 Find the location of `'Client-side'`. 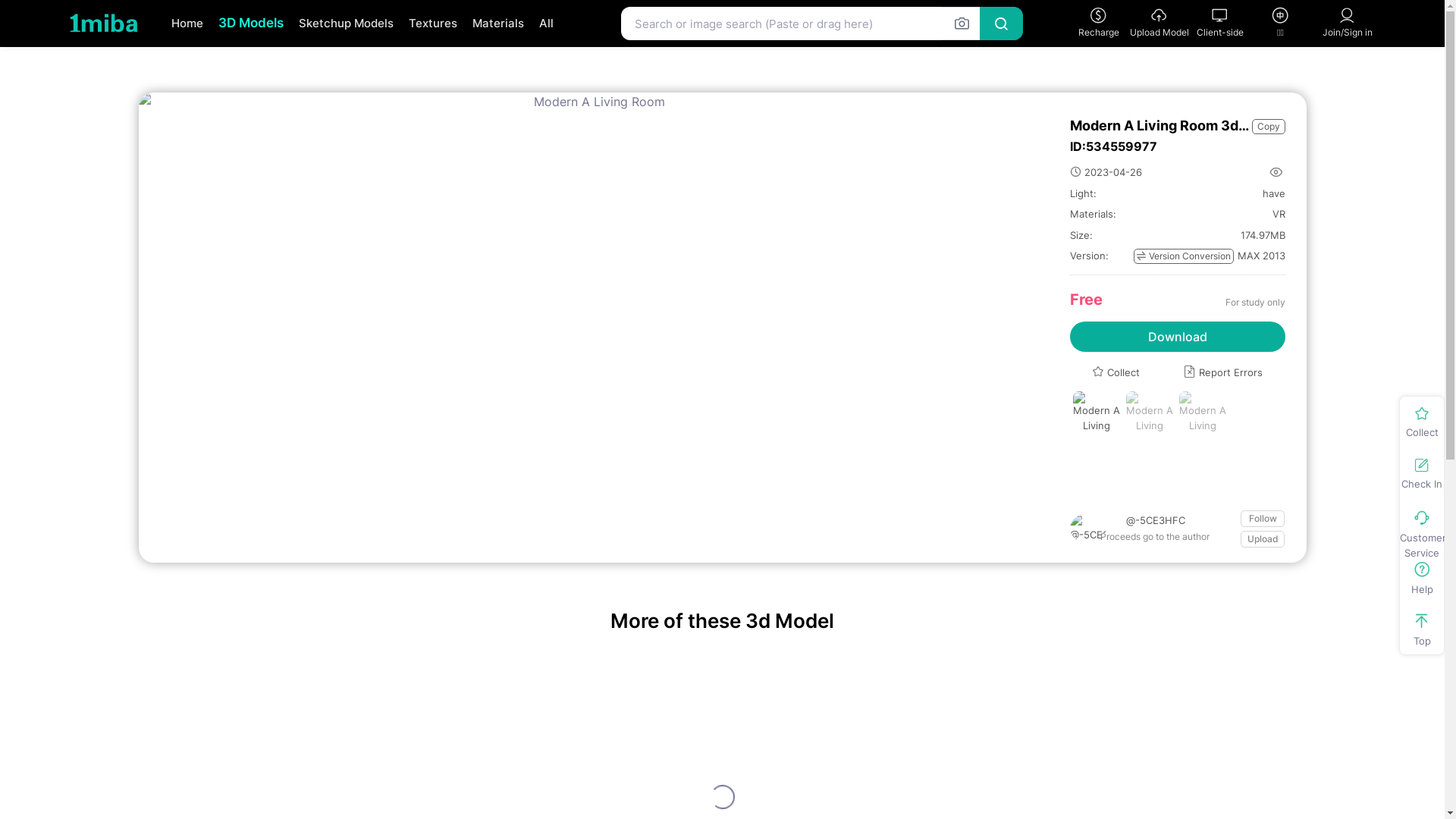

'Client-side' is located at coordinates (1219, 23).